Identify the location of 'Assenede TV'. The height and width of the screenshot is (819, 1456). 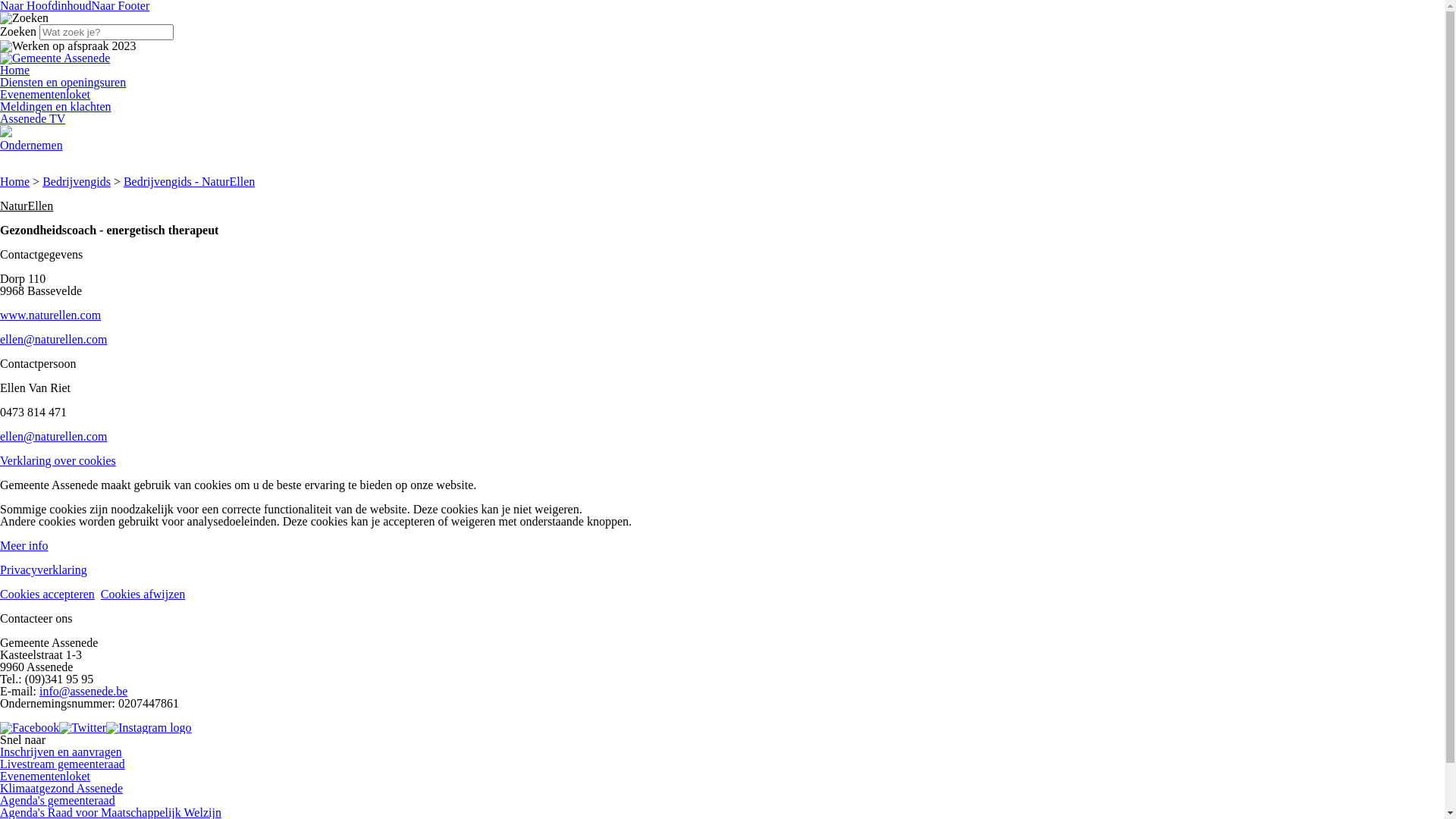
(33, 118).